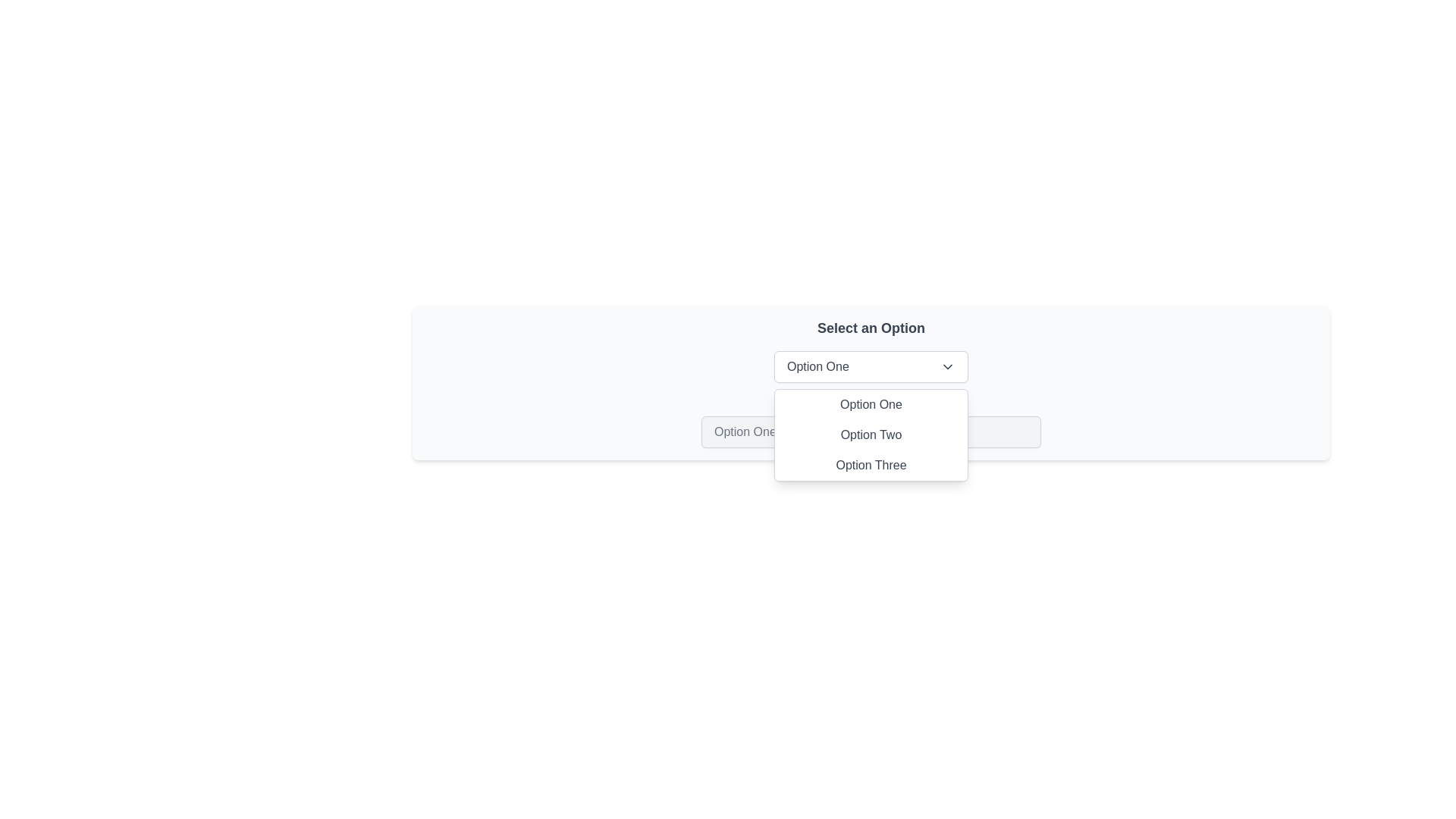  What do you see at coordinates (871, 435) in the screenshot?
I see `the text label 'Option Two' in the dropdown menu` at bounding box center [871, 435].